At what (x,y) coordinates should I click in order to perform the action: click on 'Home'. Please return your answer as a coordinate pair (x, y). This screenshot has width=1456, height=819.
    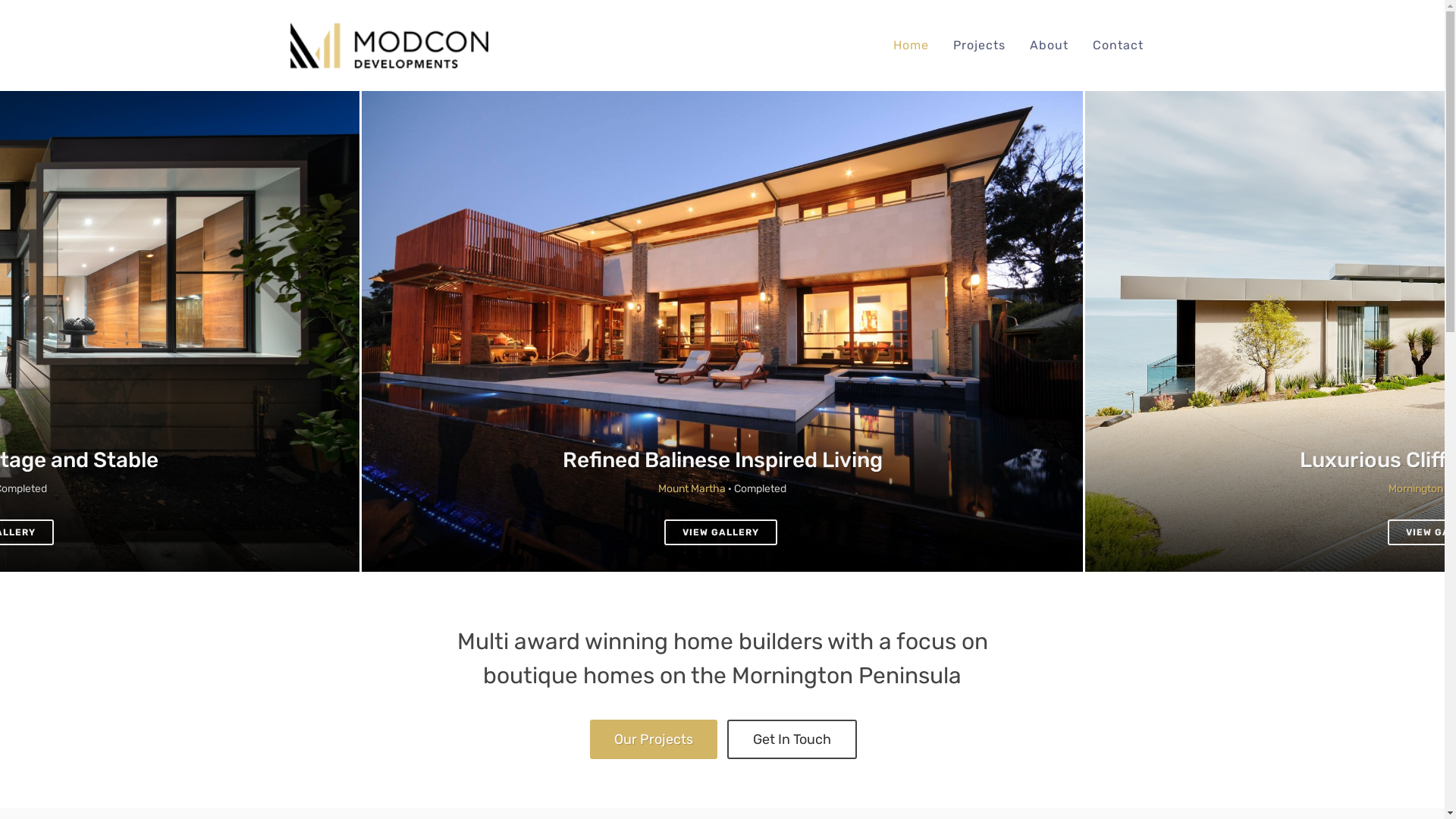
    Looking at the image, I should click on (910, 45).